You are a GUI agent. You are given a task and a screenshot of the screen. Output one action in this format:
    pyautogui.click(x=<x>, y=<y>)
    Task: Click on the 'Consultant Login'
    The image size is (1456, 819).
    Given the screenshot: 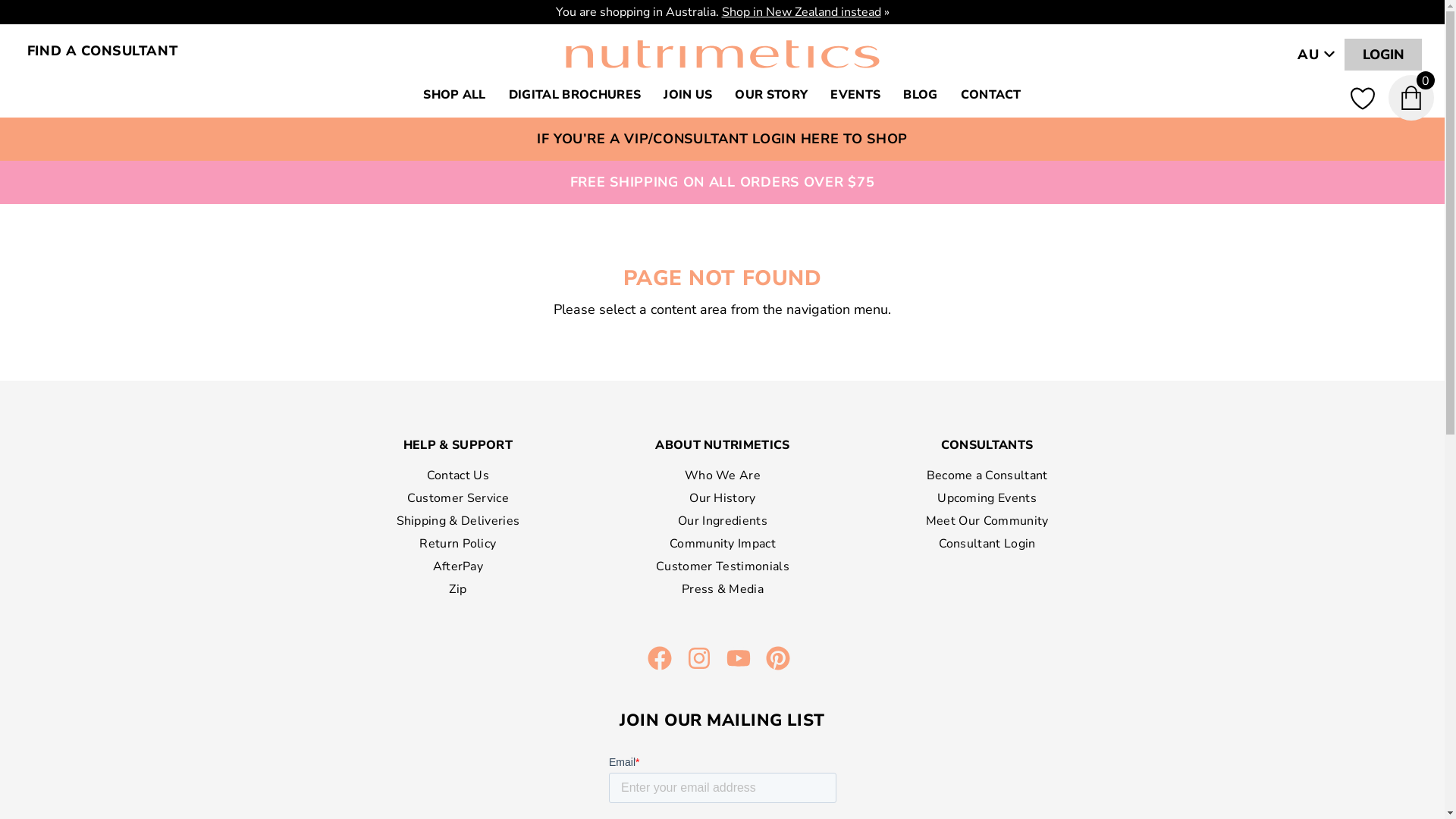 What is the action you would take?
    pyautogui.click(x=987, y=543)
    